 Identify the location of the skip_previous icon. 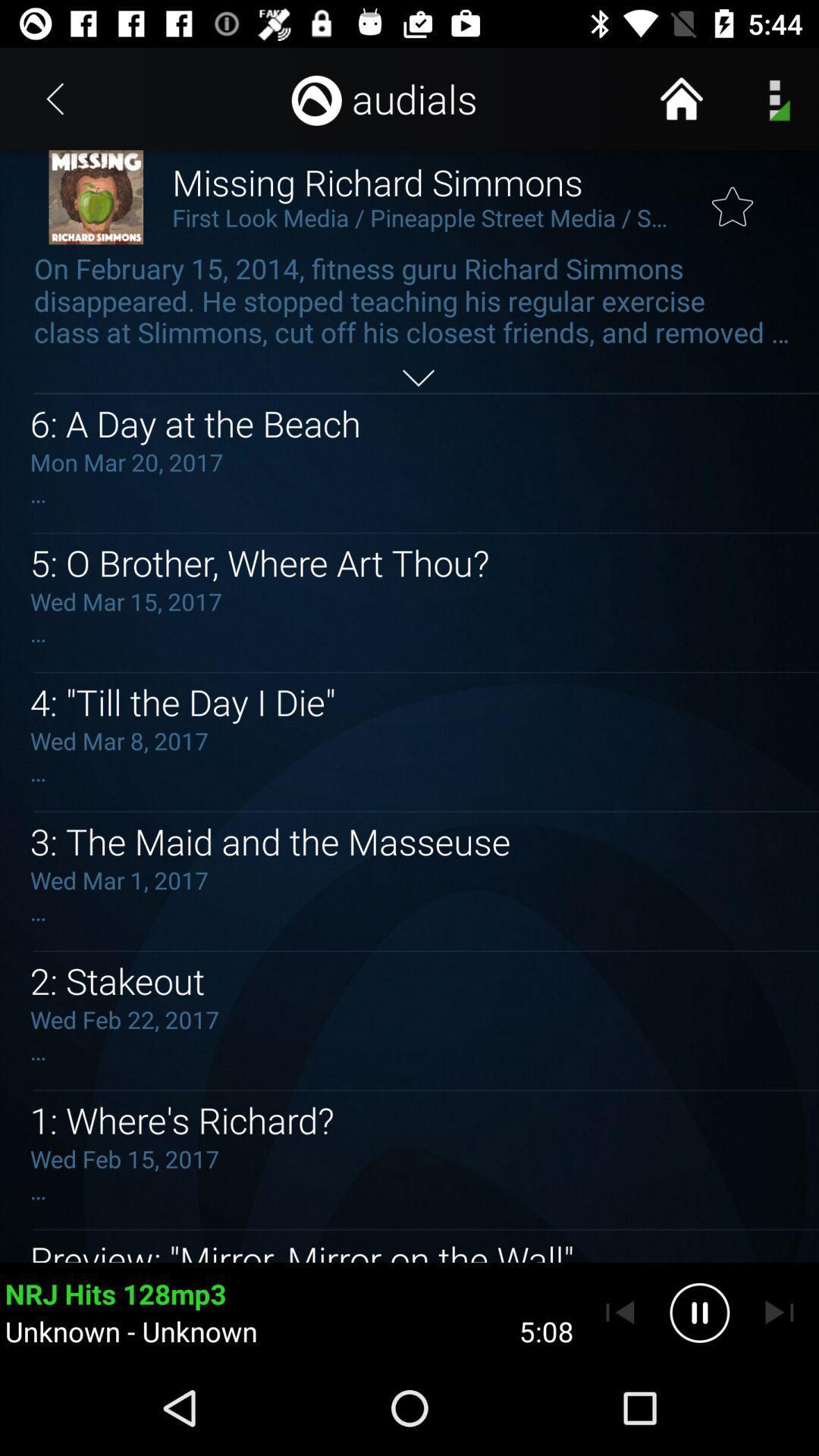
(620, 1312).